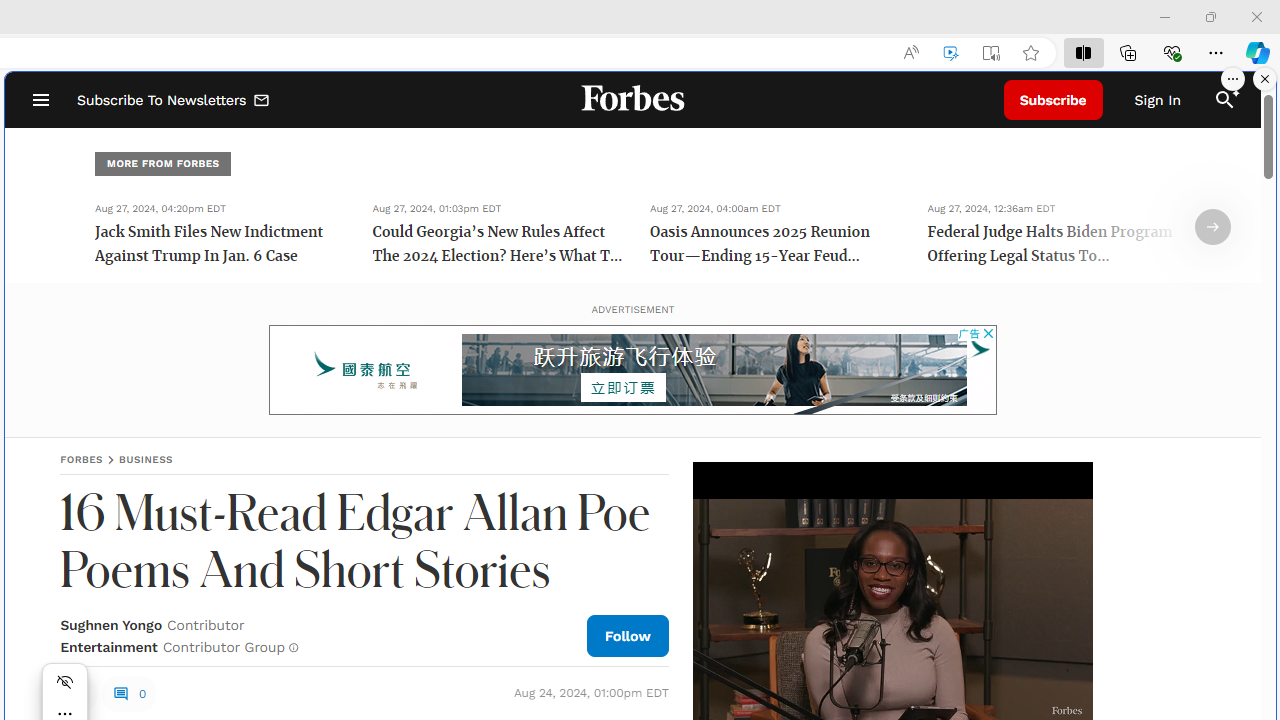 The image size is (1280, 720). What do you see at coordinates (626, 635) in the screenshot?
I see `'Follow Author'` at bounding box center [626, 635].